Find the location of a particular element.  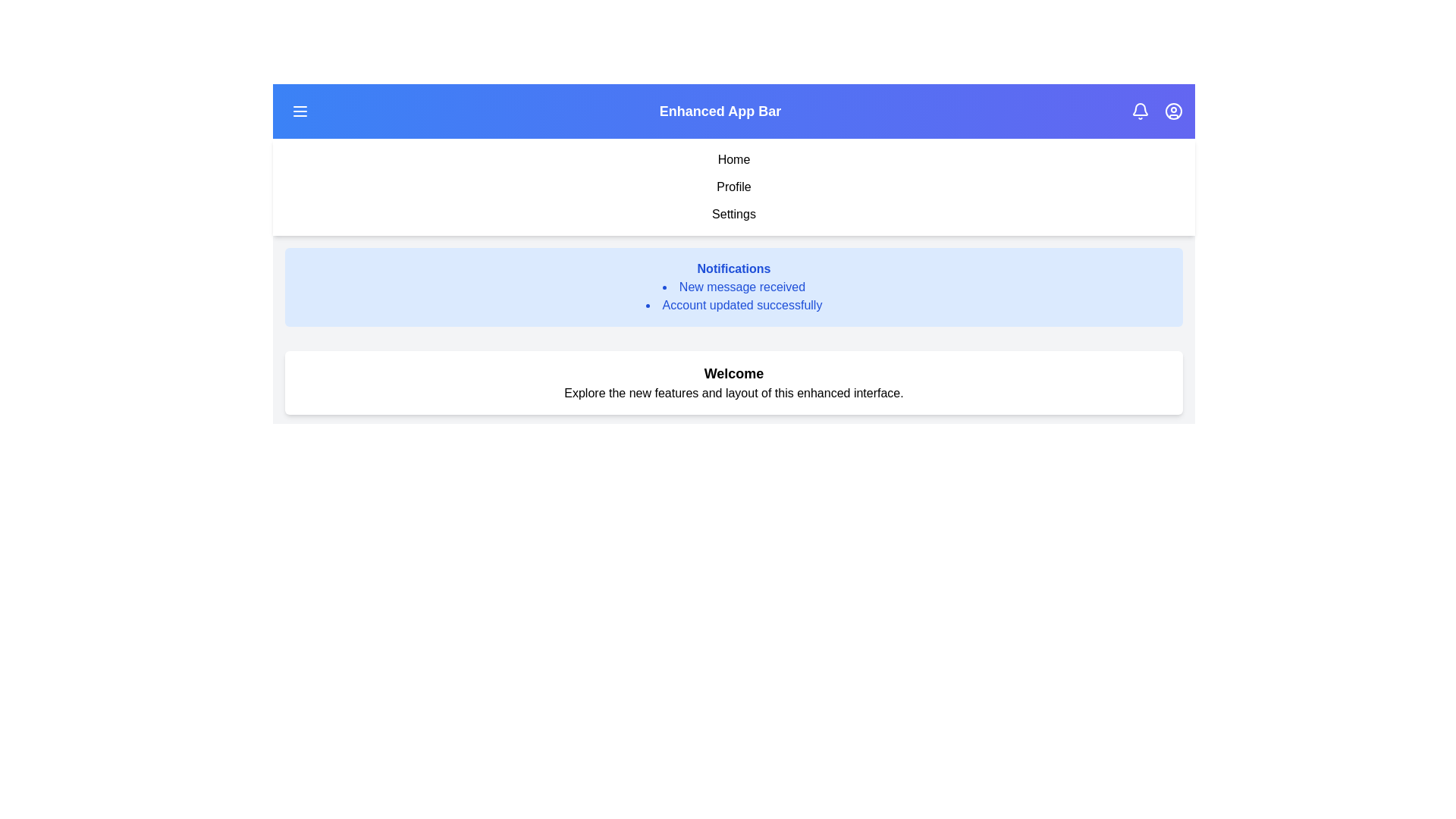

the menu button to toggle the menu visibility is located at coordinates (300, 110).